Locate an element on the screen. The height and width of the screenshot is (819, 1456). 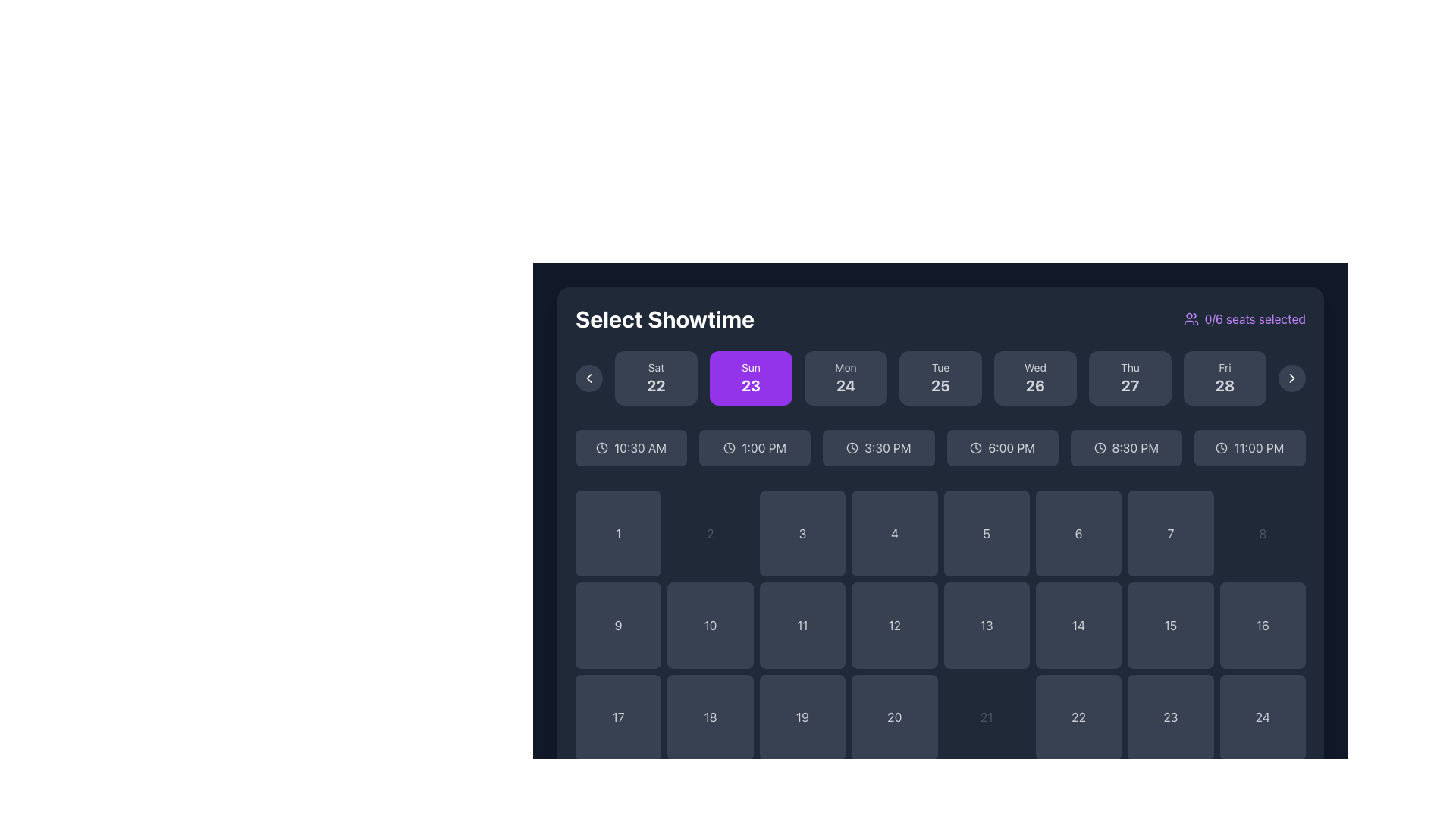
the rectangular button with a dark gray background labeled 'Thu' and '27' is located at coordinates (1130, 377).